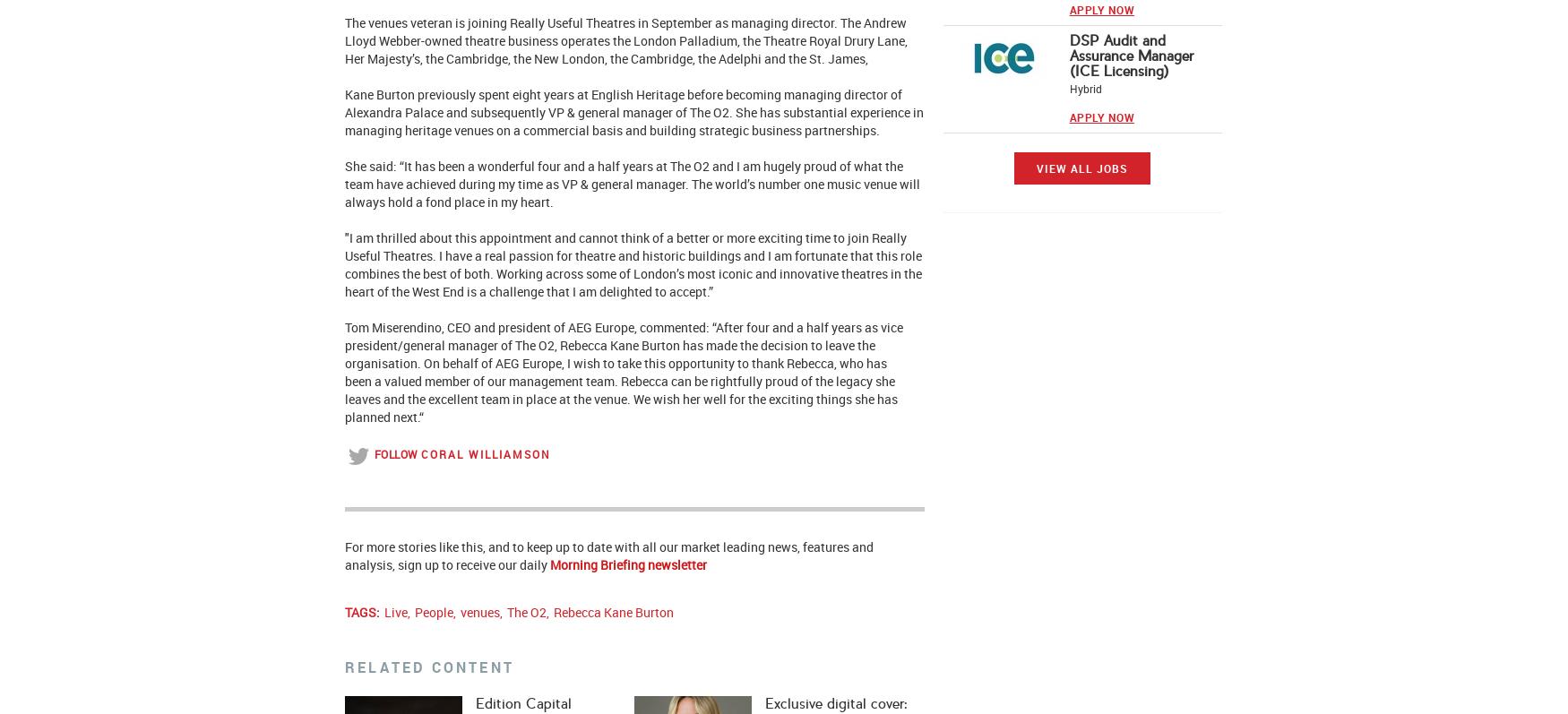  What do you see at coordinates (429, 667) in the screenshot?
I see `'Related Content'` at bounding box center [429, 667].